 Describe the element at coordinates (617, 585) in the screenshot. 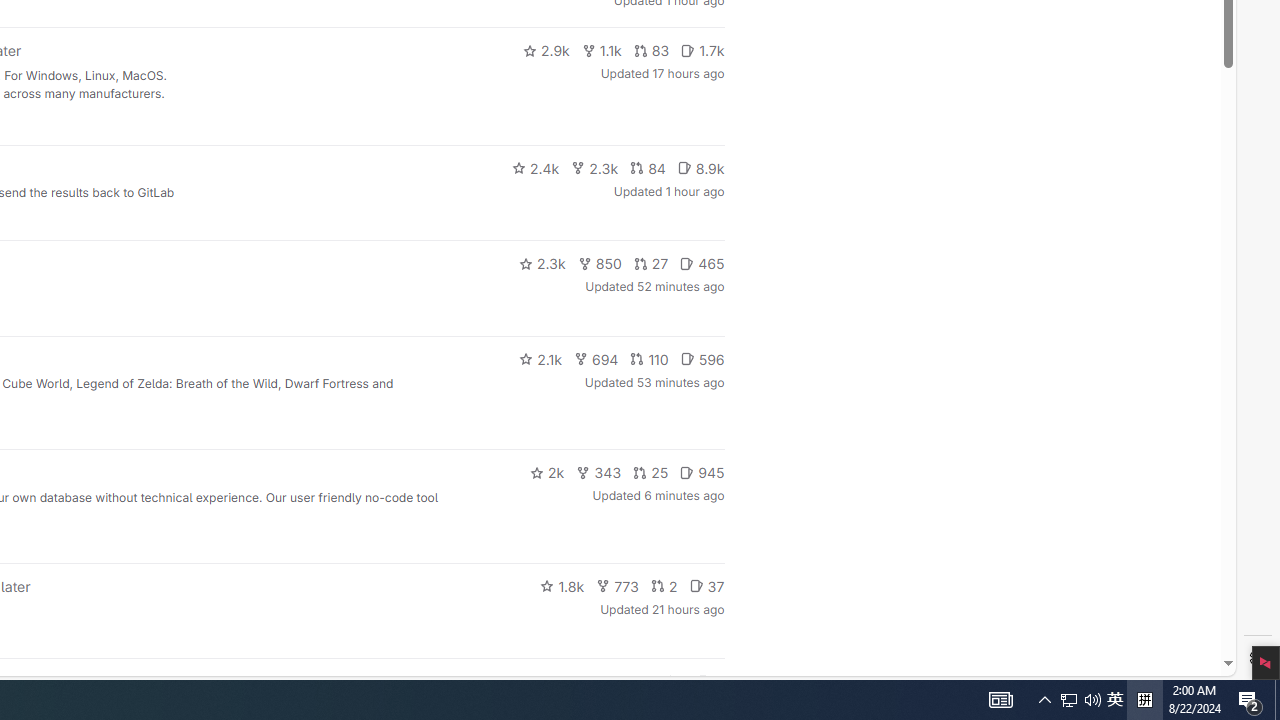

I see `'773'` at that location.